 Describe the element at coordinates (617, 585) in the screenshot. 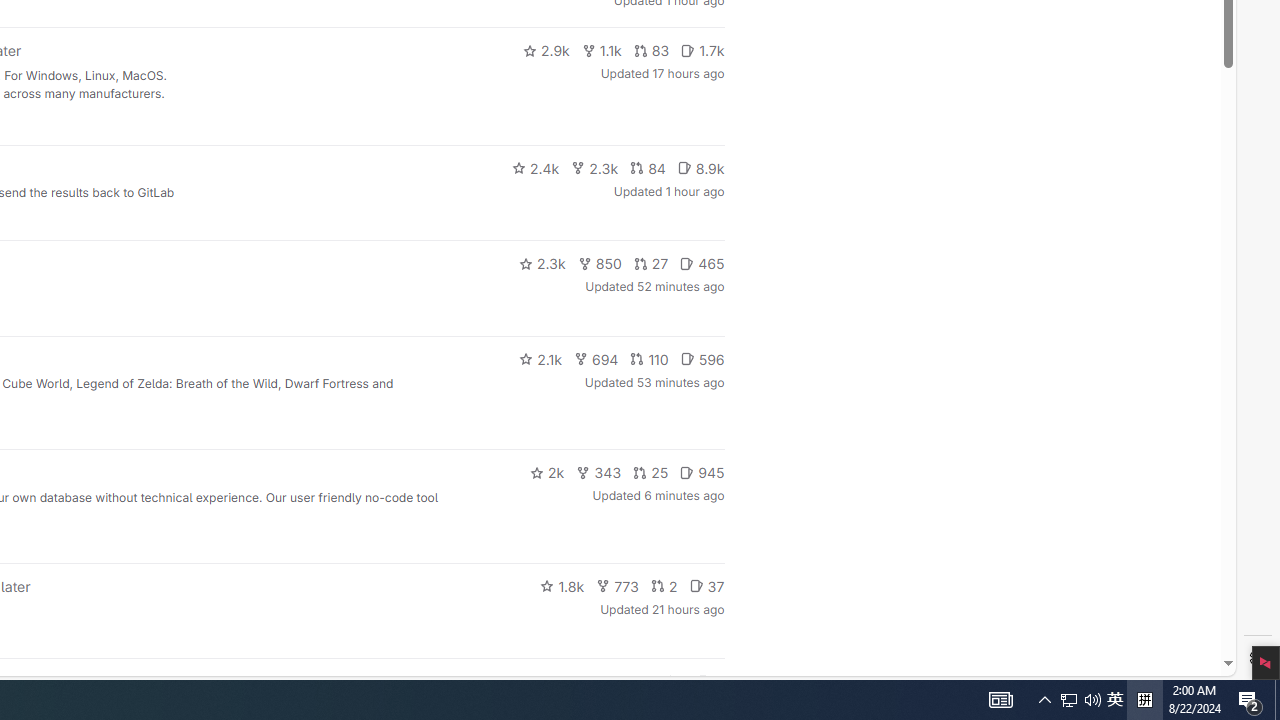

I see `'773'` at that location.